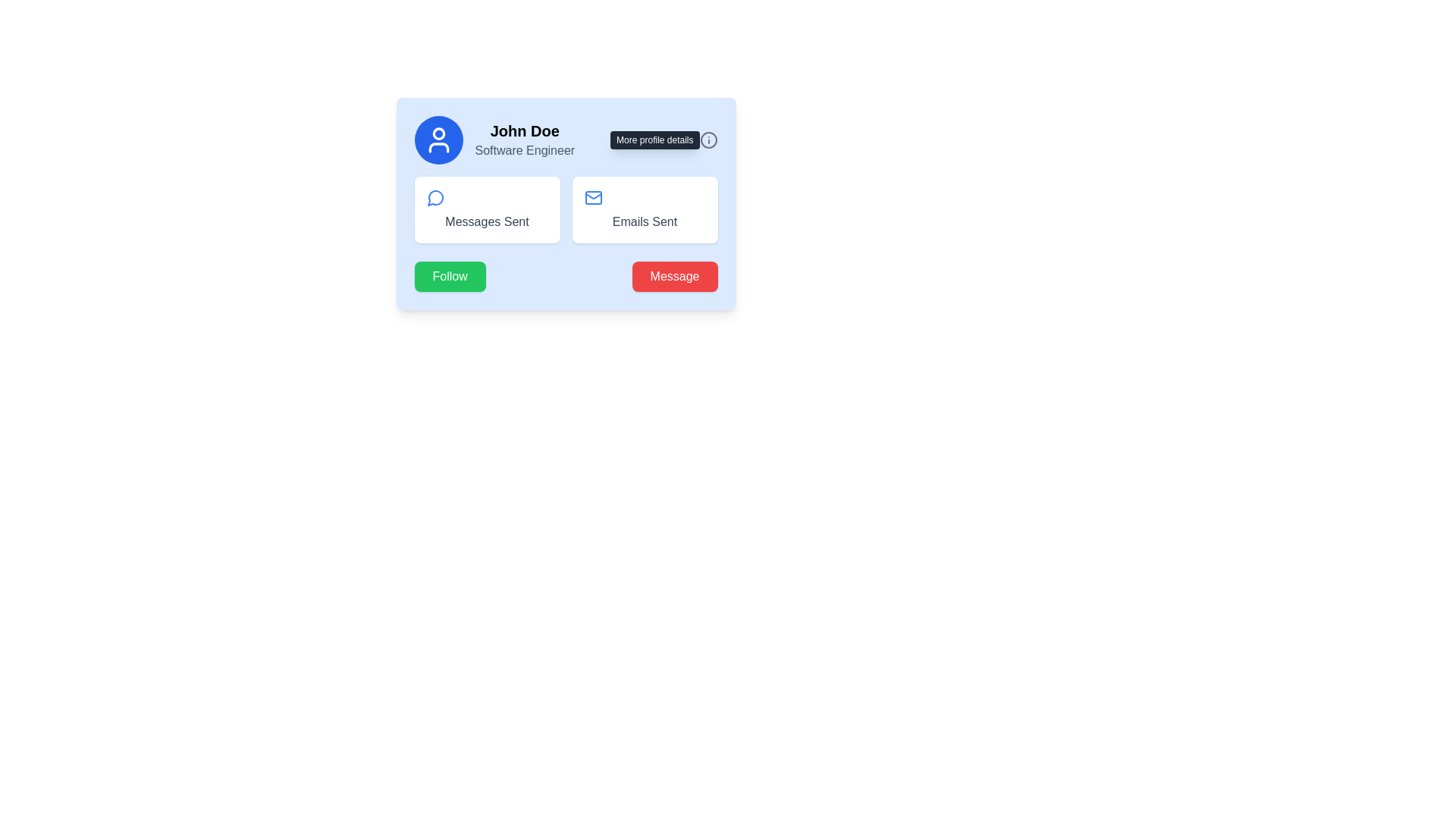 The height and width of the screenshot is (819, 1456). Describe the element at coordinates (525, 151) in the screenshot. I see `the text element displaying 'Software Engineer', which is in a smaller gray font located below the name 'John Doe' in the profile card section` at that location.